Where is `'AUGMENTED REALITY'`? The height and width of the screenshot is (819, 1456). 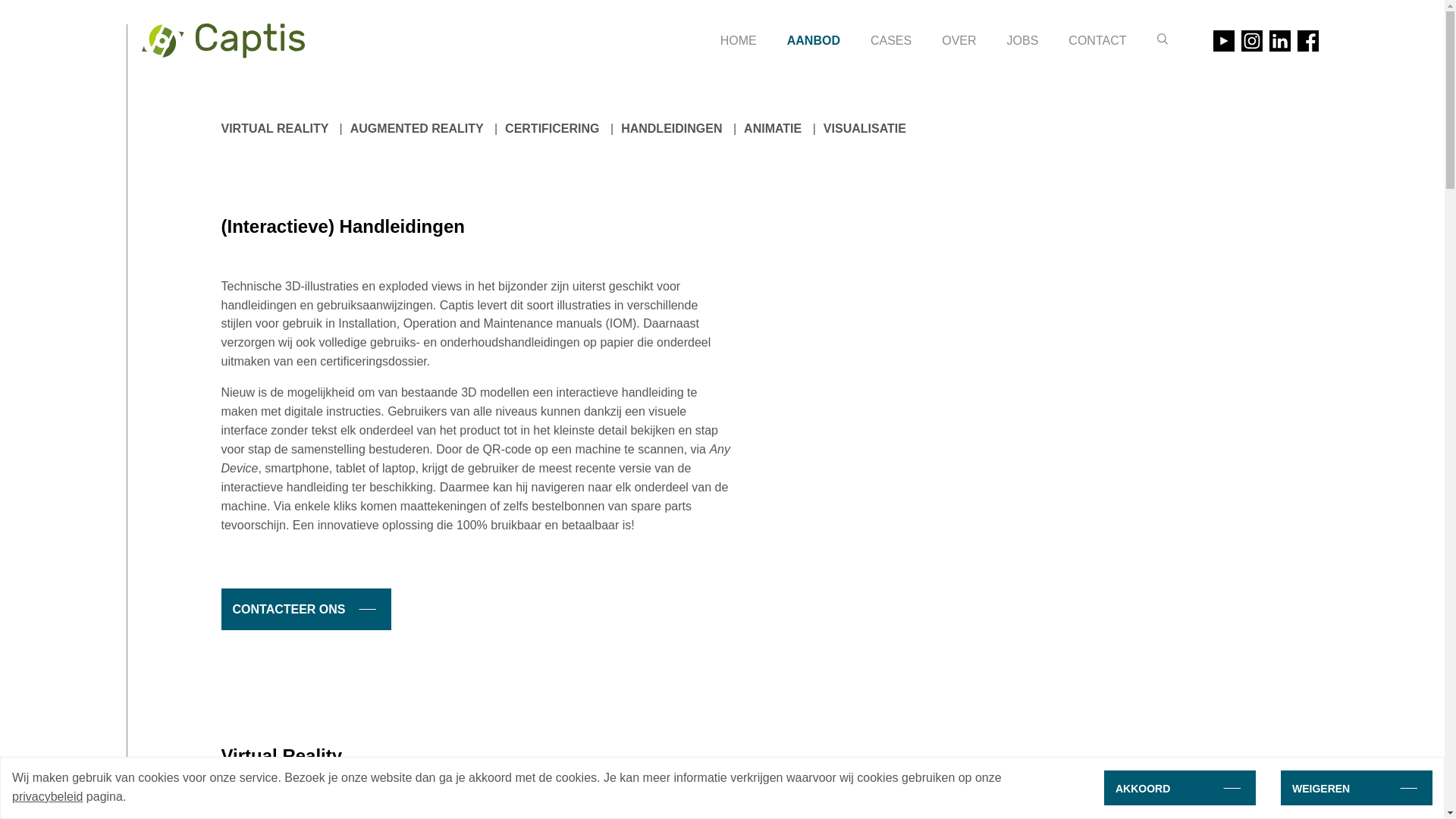
'AUGMENTED REALITY' is located at coordinates (417, 127).